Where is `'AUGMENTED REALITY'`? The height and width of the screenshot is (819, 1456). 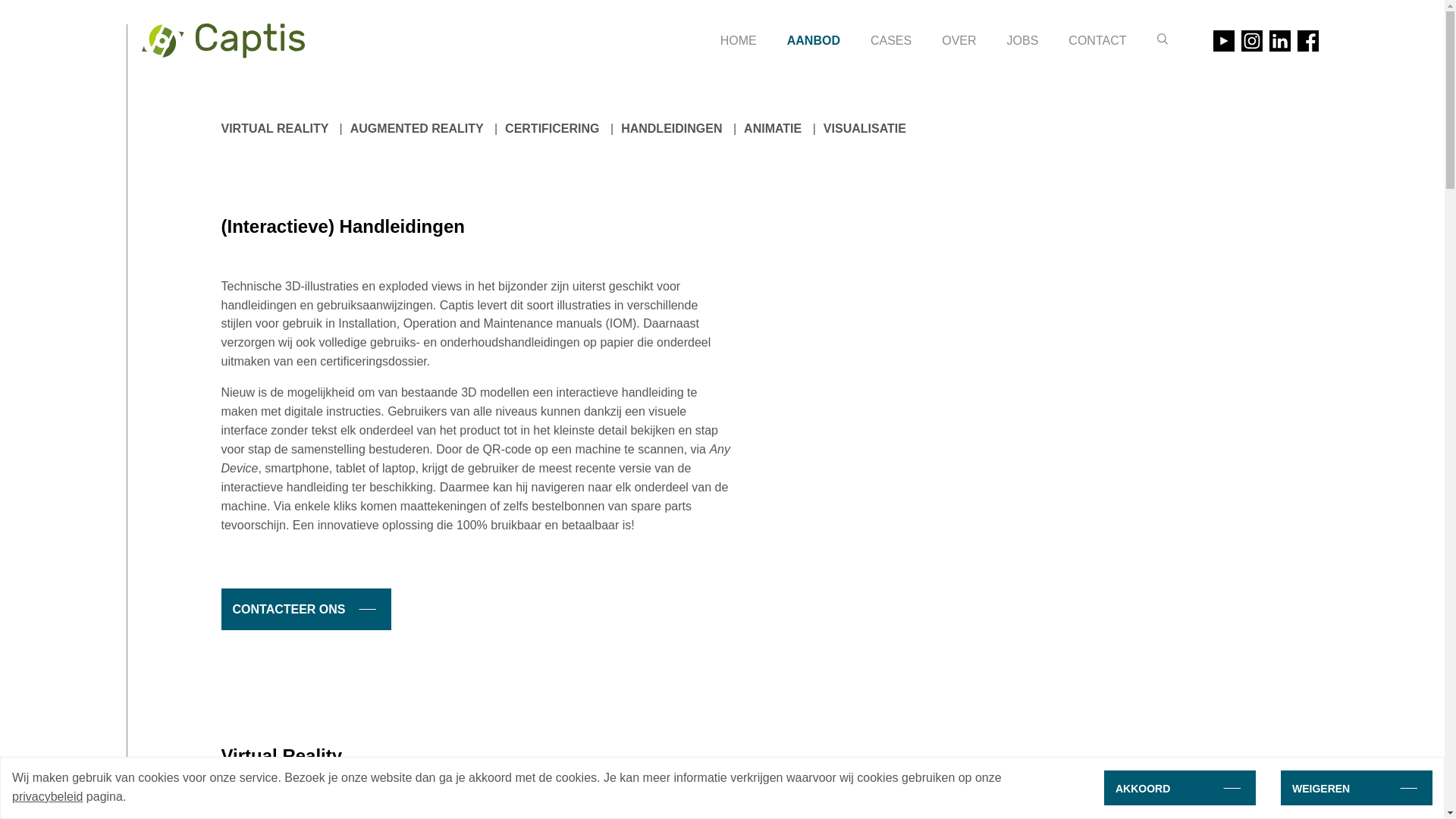
'AUGMENTED REALITY' is located at coordinates (417, 127).